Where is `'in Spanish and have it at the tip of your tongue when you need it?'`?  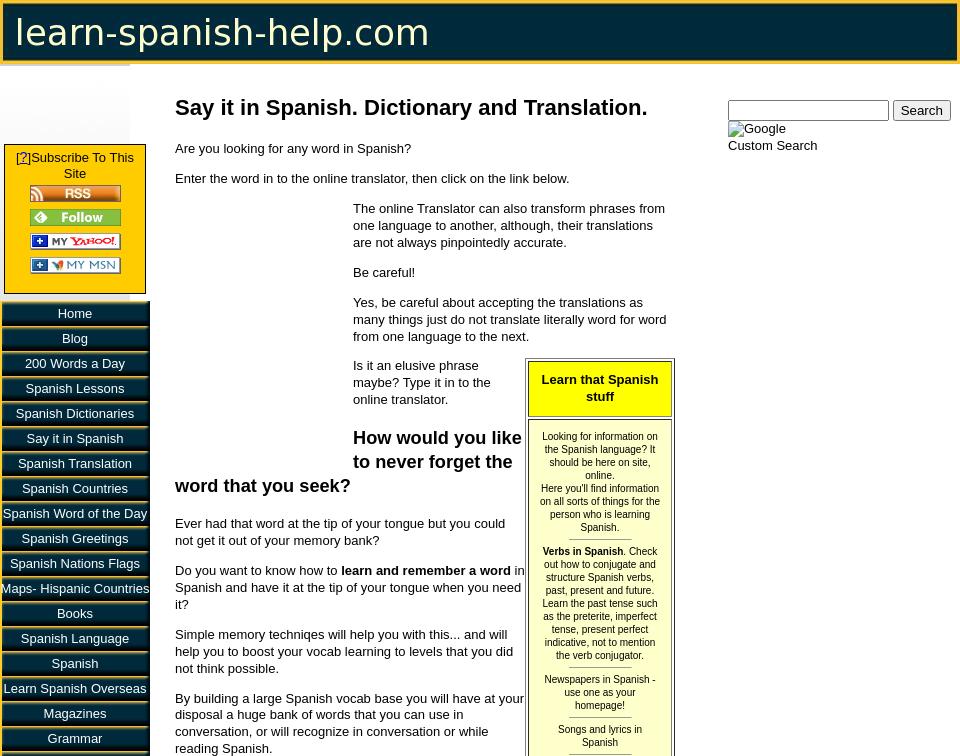
'in Spanish and have it at the tip of your tongue when you need it?' is located at coordinates (349, 587).